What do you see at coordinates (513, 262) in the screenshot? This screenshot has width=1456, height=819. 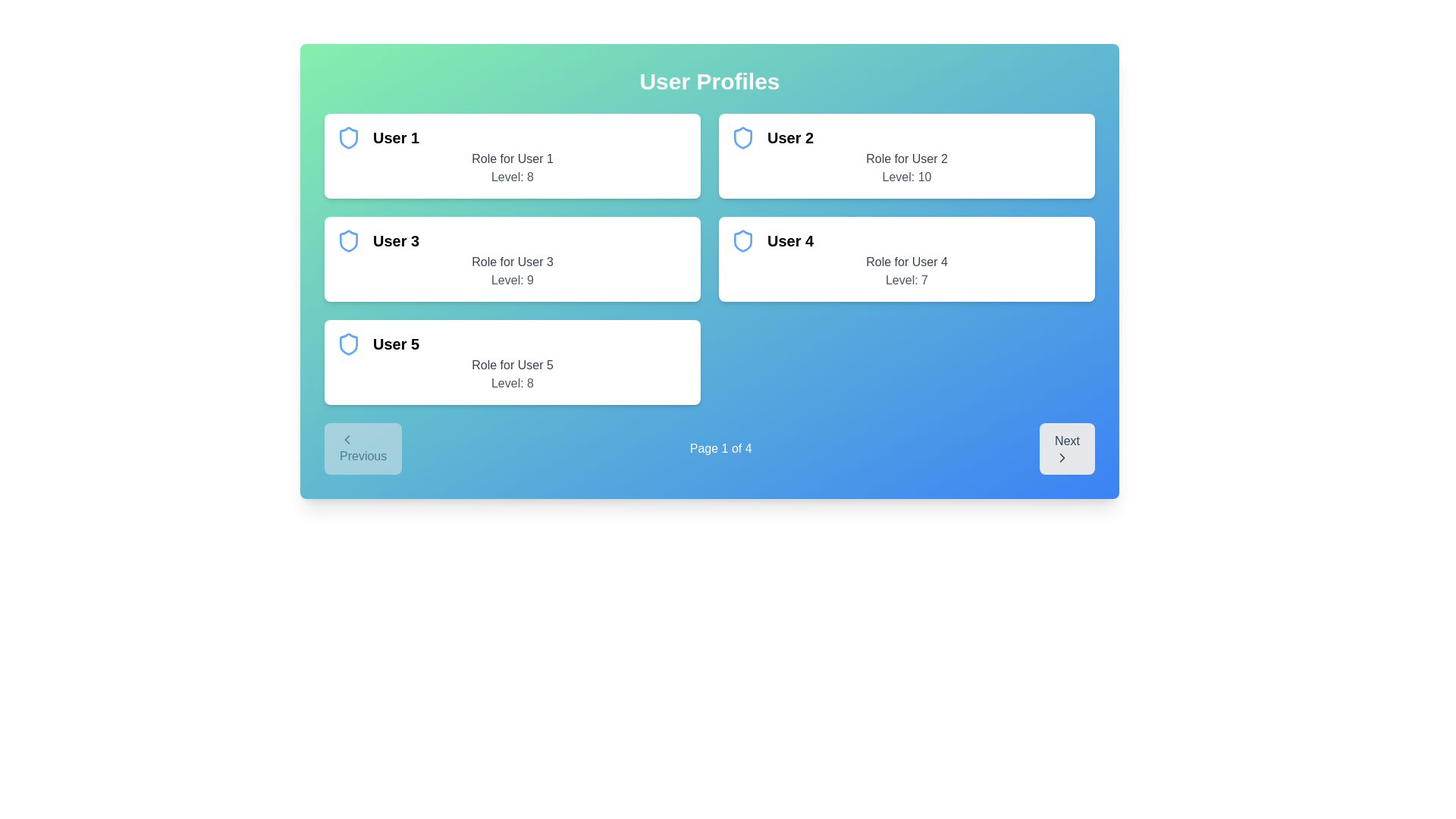 I see `the descriptive text label indicating the role assigned to 'User 3', which is positioned below the bold 'User 3' text and above the 'Level: 9' text within the user card` at bounding box center [513, 262].